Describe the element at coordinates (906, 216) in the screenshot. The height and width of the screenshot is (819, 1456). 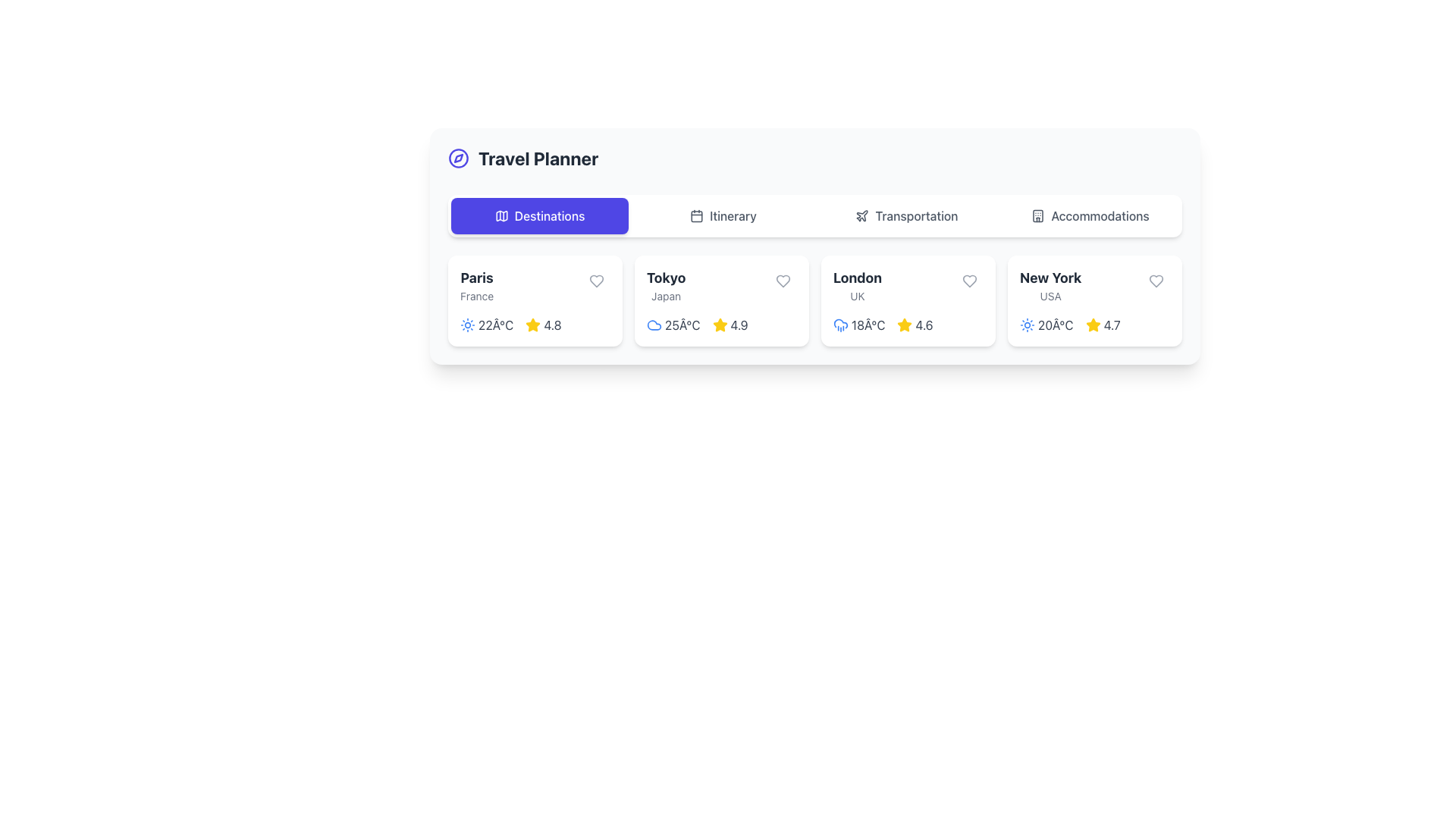
I see `the 'Transportation' button in the navigation bar to change its background color` at that location.